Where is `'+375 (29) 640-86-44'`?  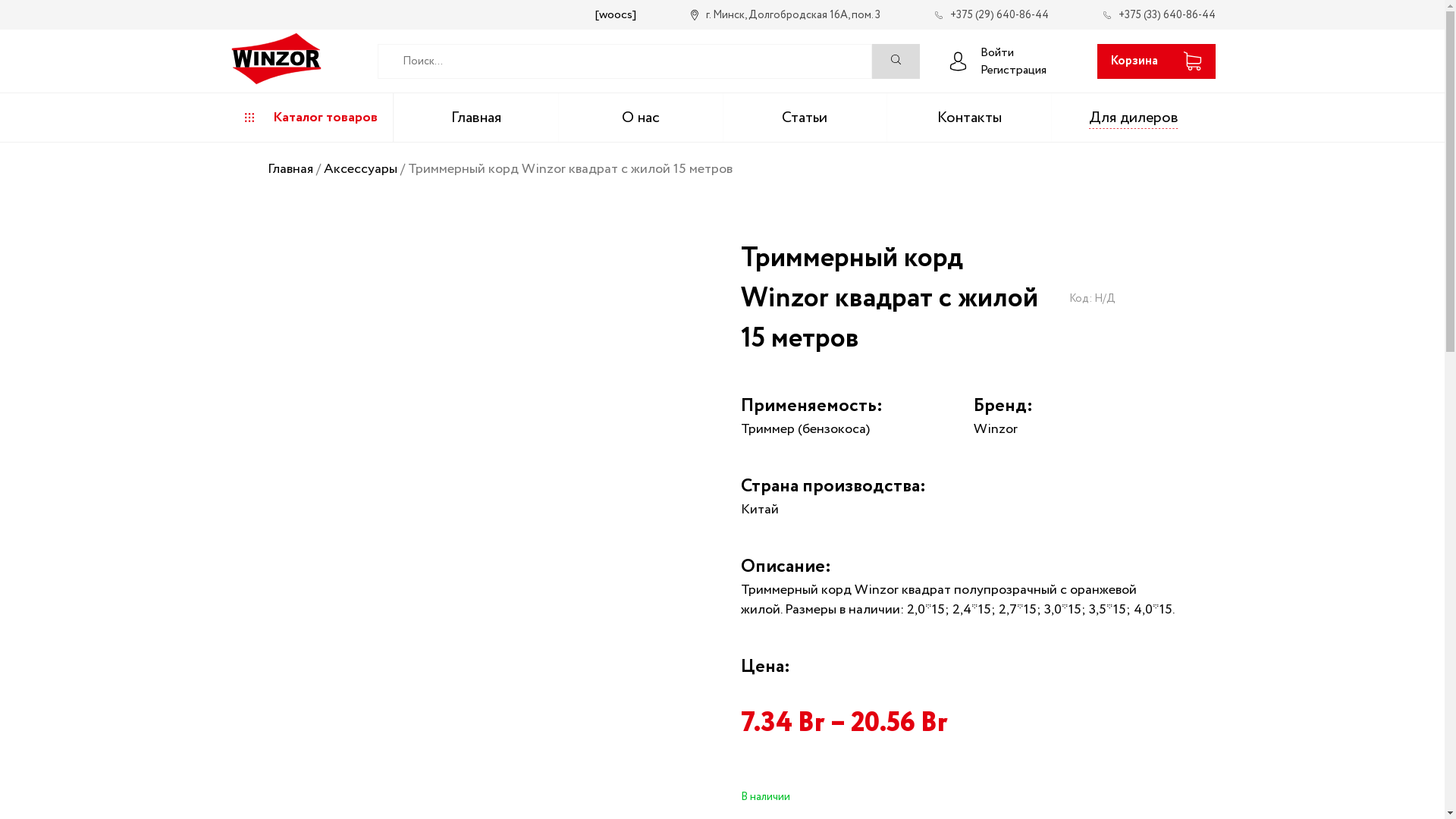
'+375 (29) 640-86-44' is located at coordinates (990, 14).